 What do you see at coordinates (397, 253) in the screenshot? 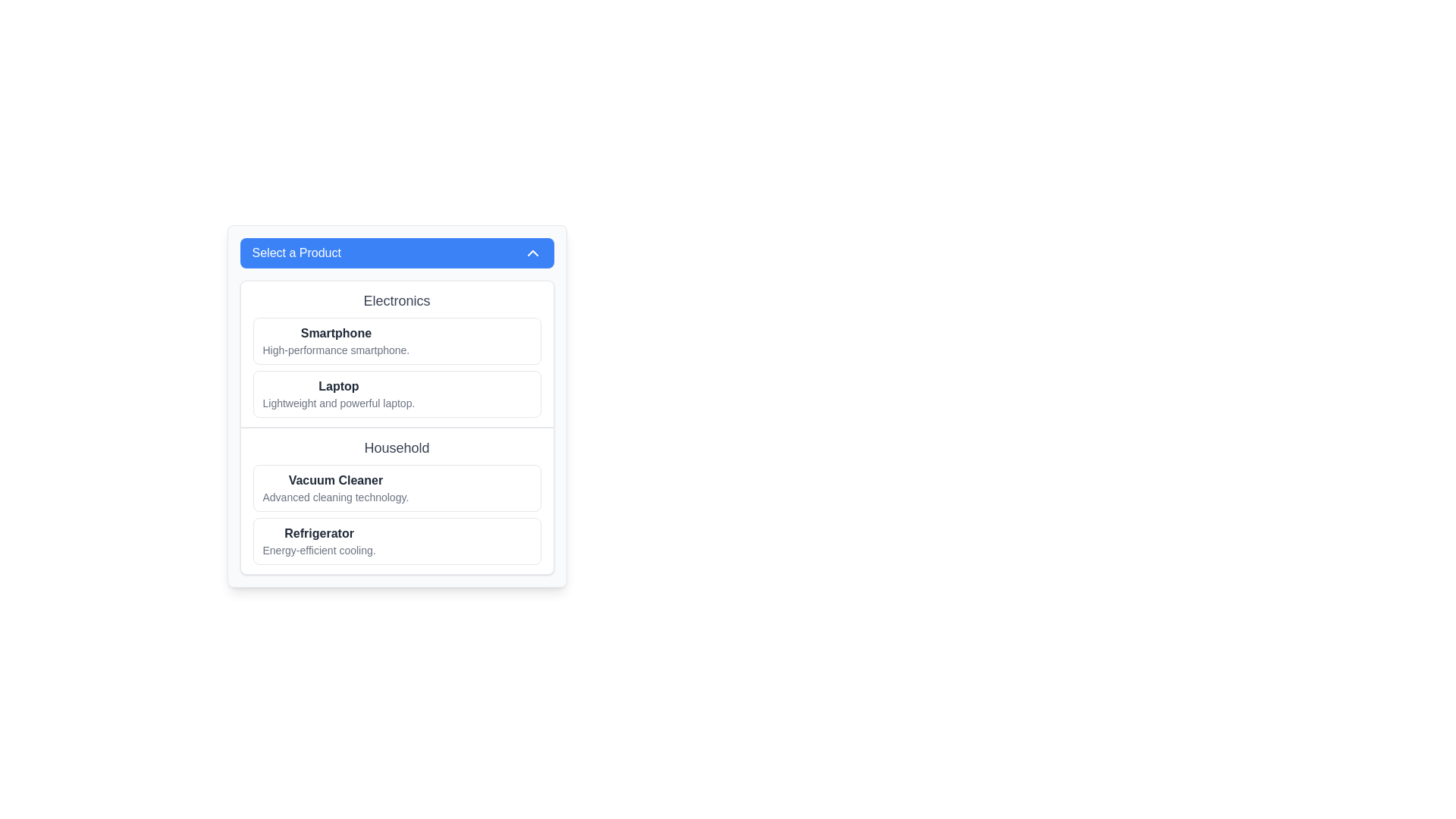
I see `the Dropdown toggle button labeled 'Select a Product' which has a light blue background and rounded corners, located at the top of the panel` at bounding box center [397, 253].